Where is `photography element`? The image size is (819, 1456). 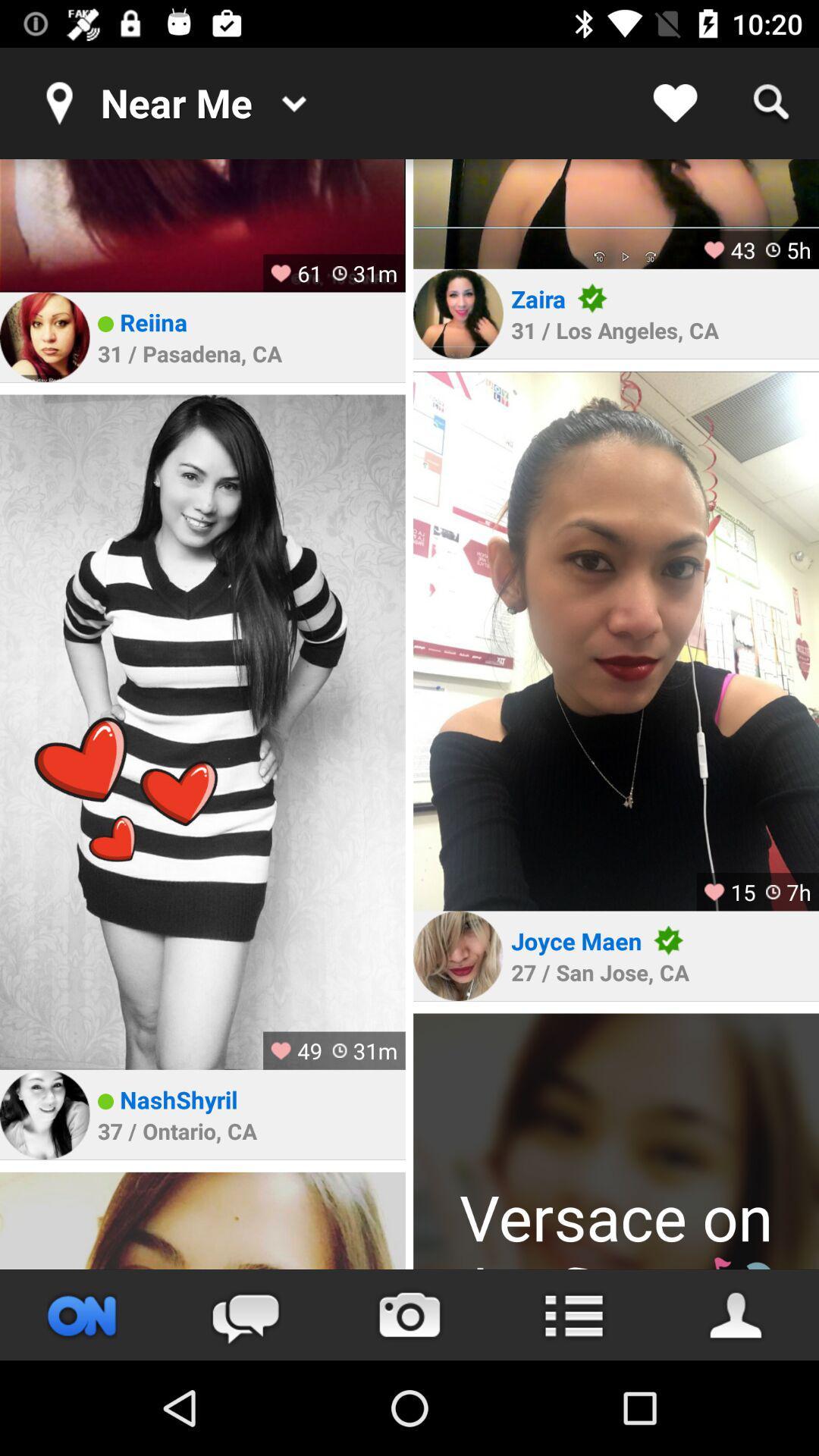
photography element is located at coordinates (616, 641).